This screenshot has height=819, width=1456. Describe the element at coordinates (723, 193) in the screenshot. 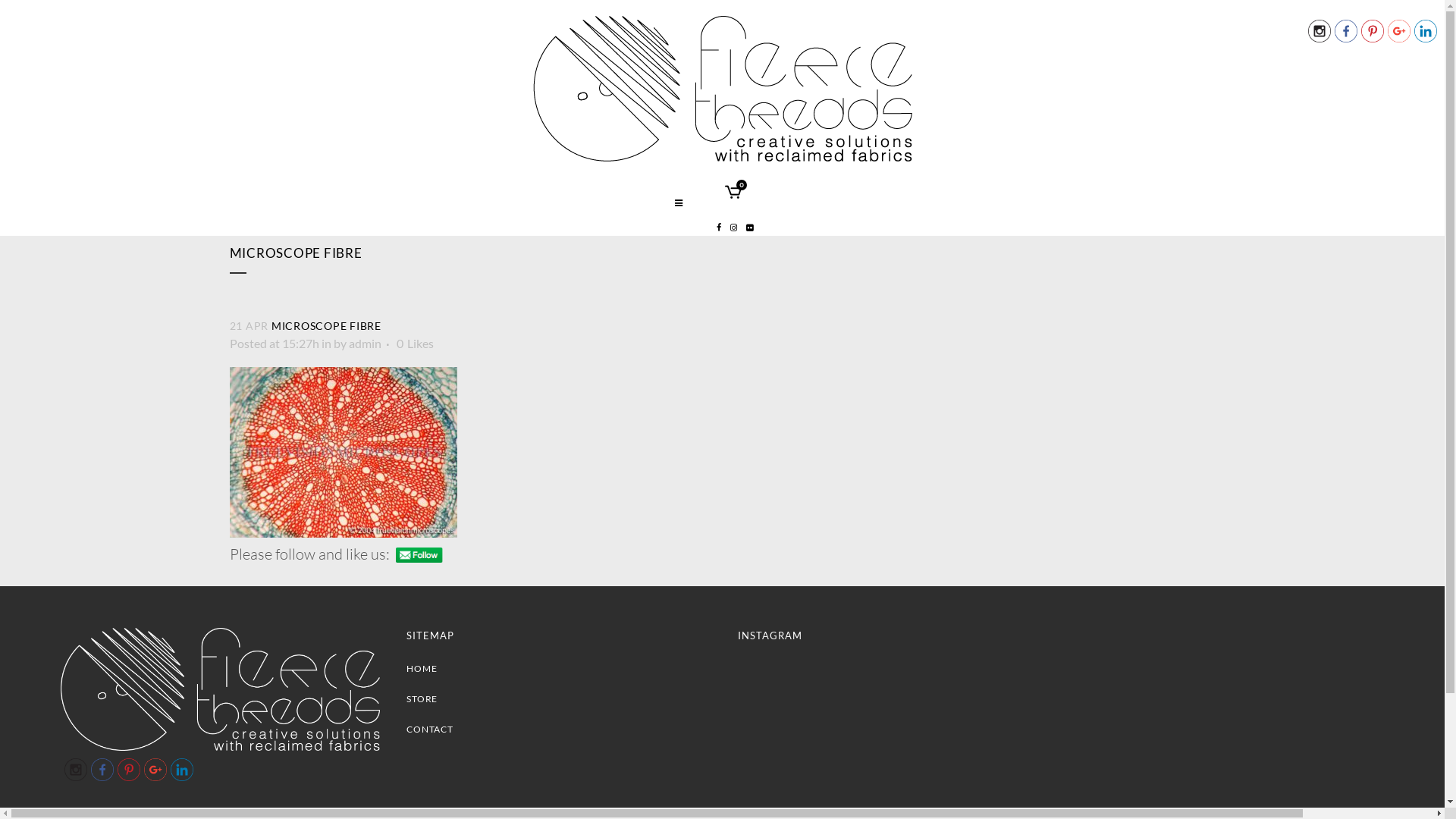

I see `'0'` at that location.